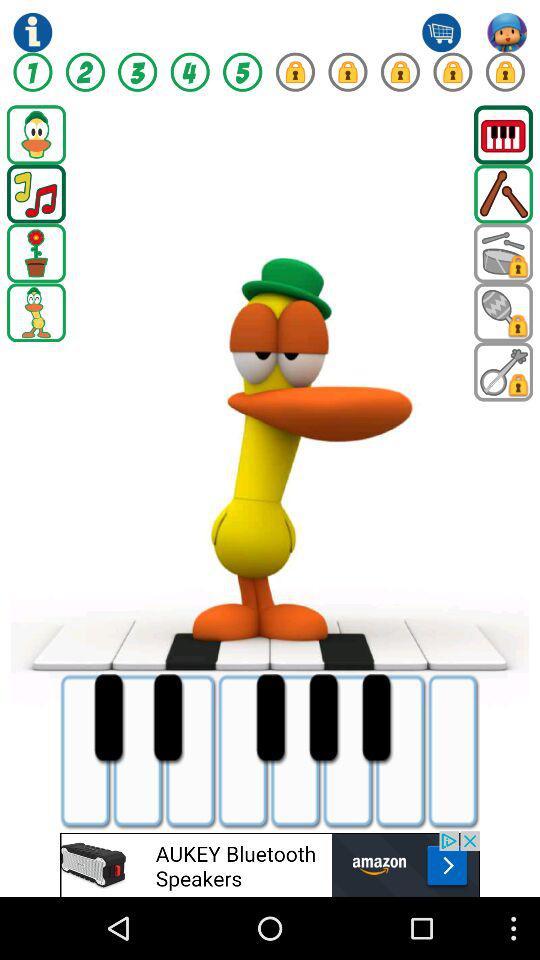  I want to click on the cart icon, so click(441, 34).